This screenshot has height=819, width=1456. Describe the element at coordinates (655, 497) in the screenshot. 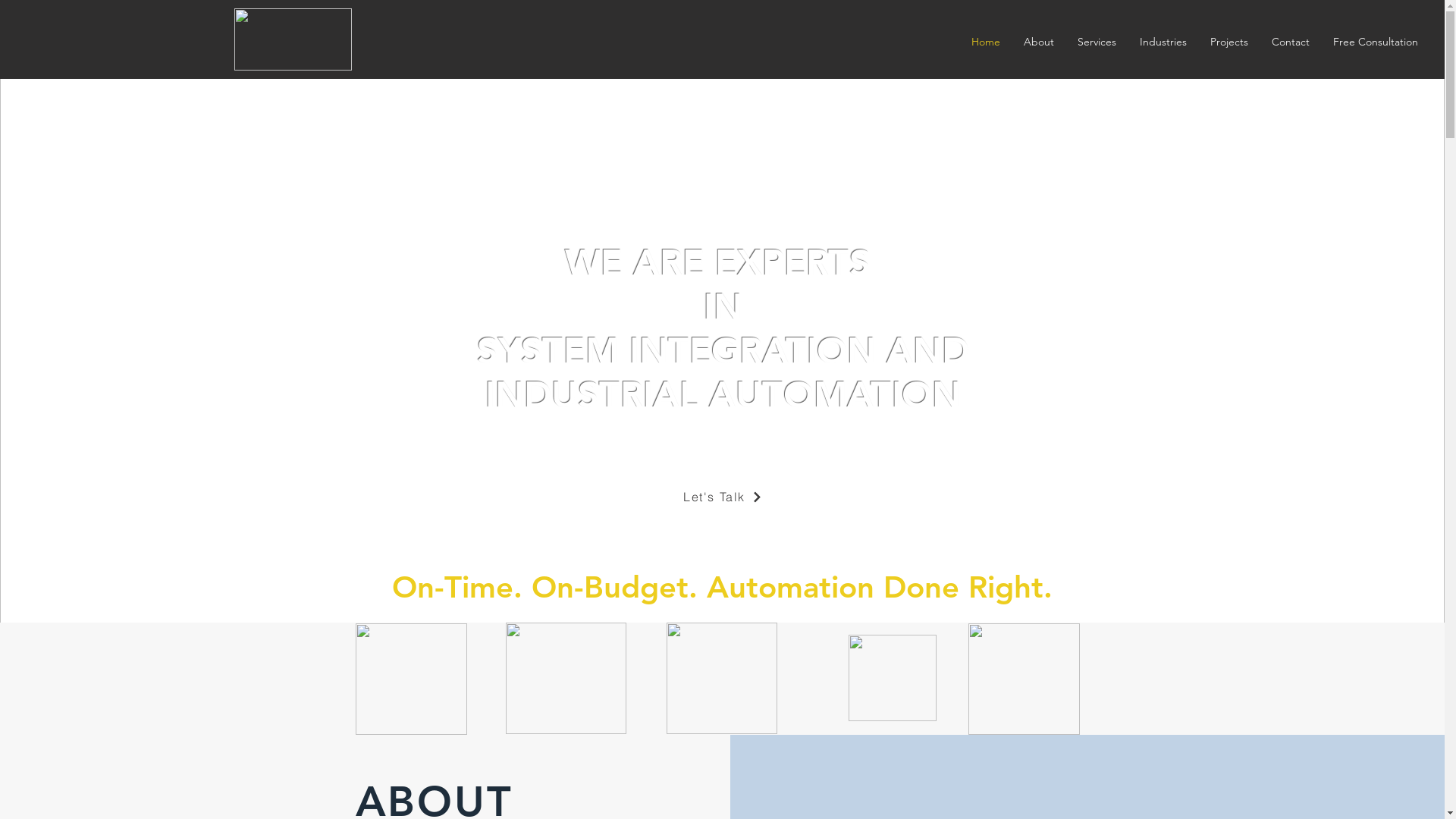

I see `'Let's Talk'` at that location.